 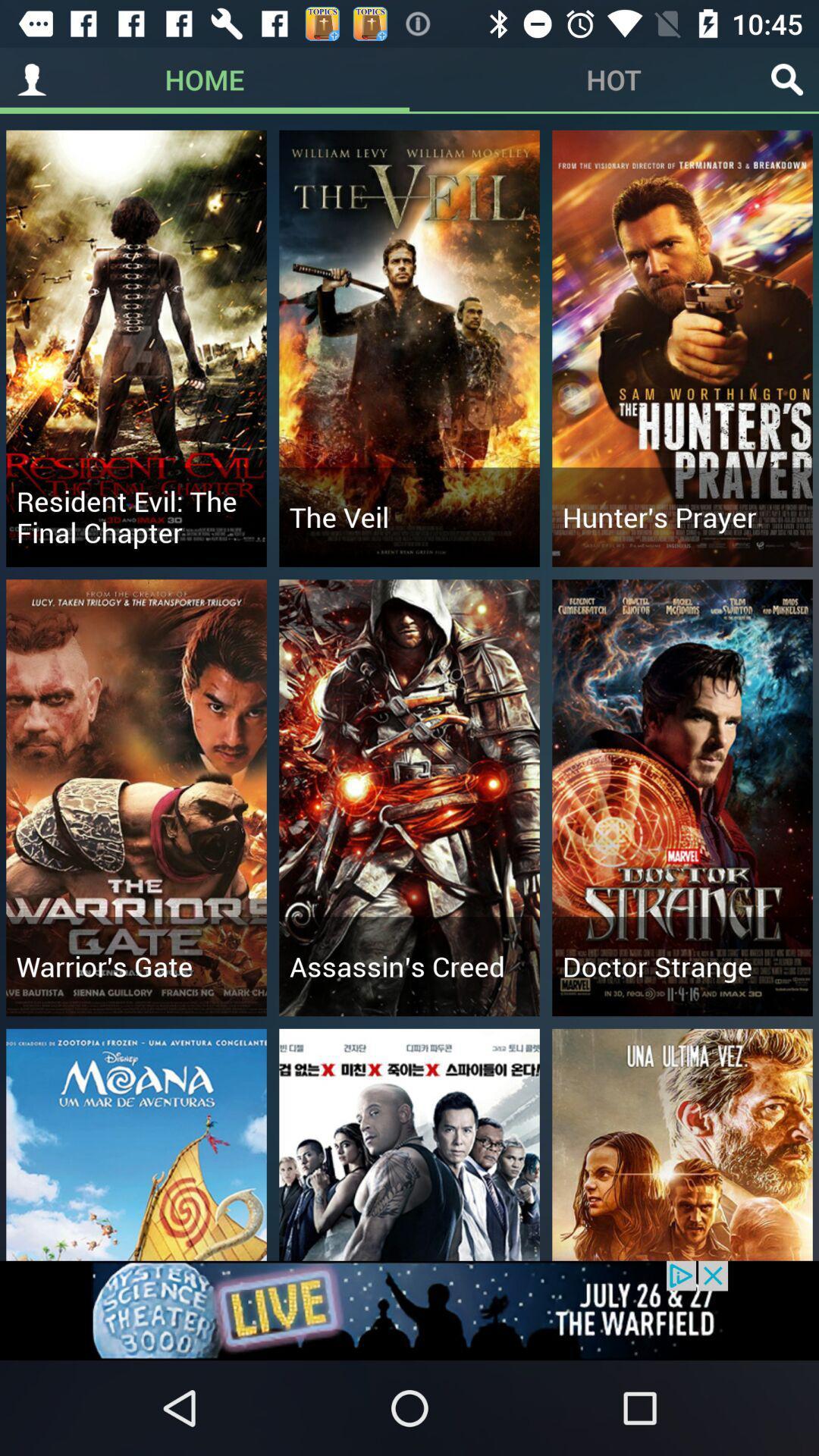 I want to click on homepage, so click(x=32, y=79).